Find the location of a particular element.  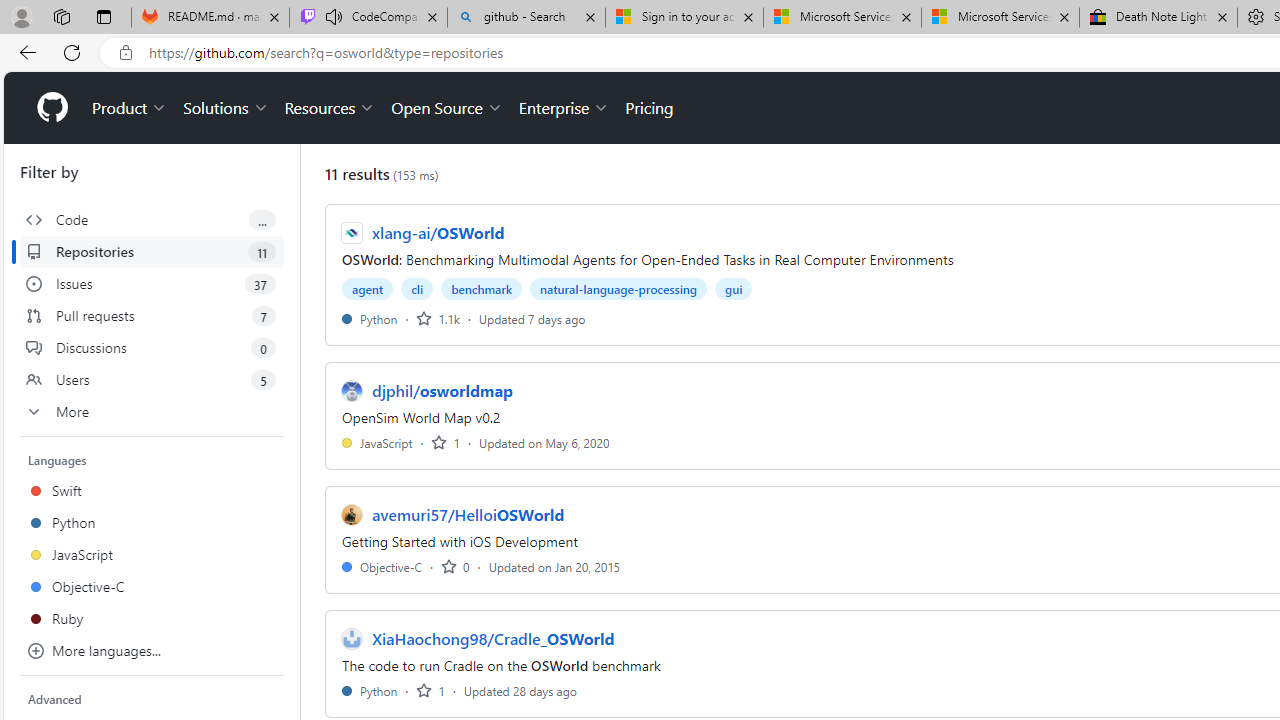

'Homepage' is located at coordinates (51, 108).